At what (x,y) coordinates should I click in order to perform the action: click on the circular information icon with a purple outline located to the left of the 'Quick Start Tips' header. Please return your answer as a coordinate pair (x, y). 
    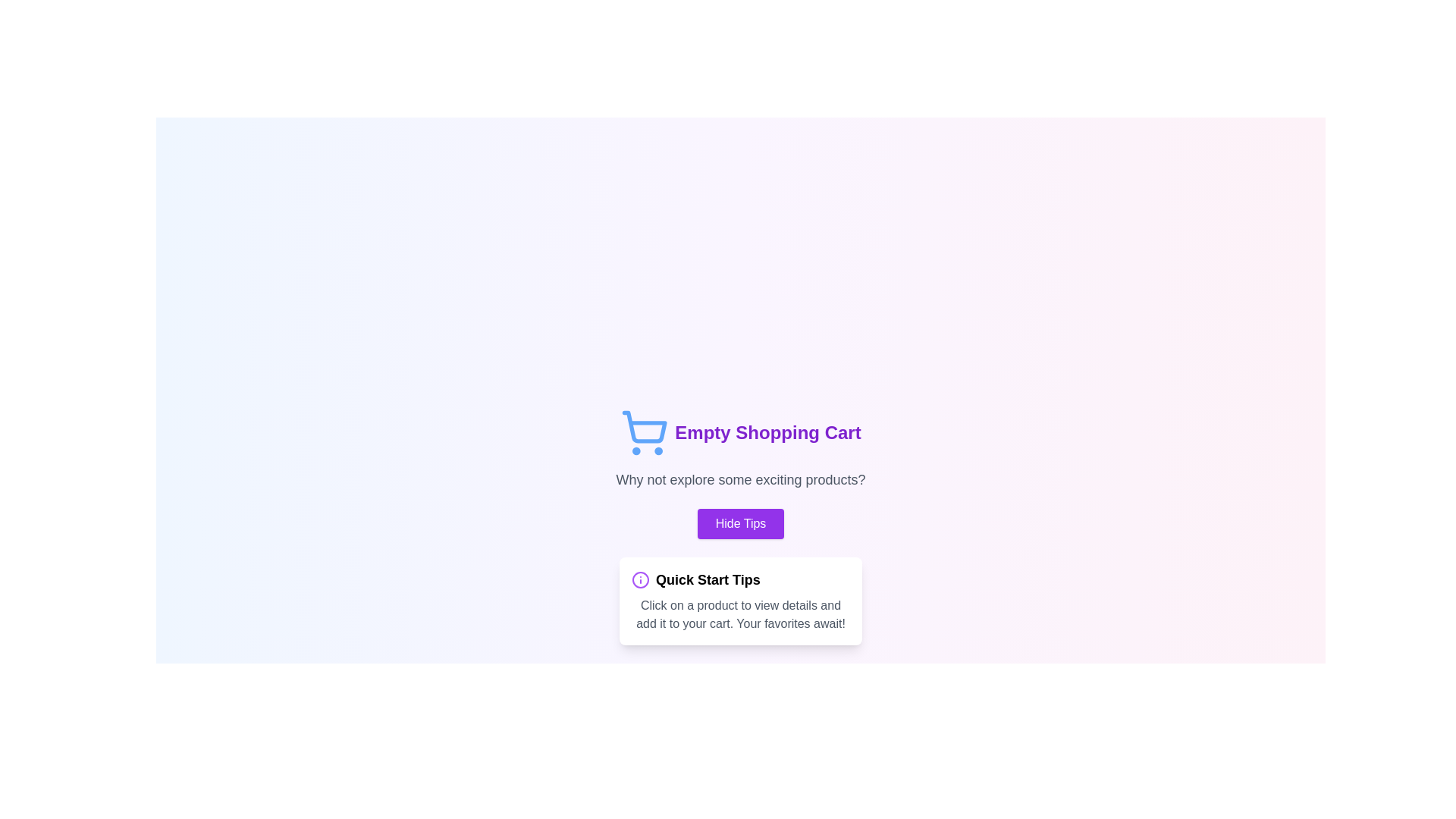
    Looking at the image, I should click on (640, 579).